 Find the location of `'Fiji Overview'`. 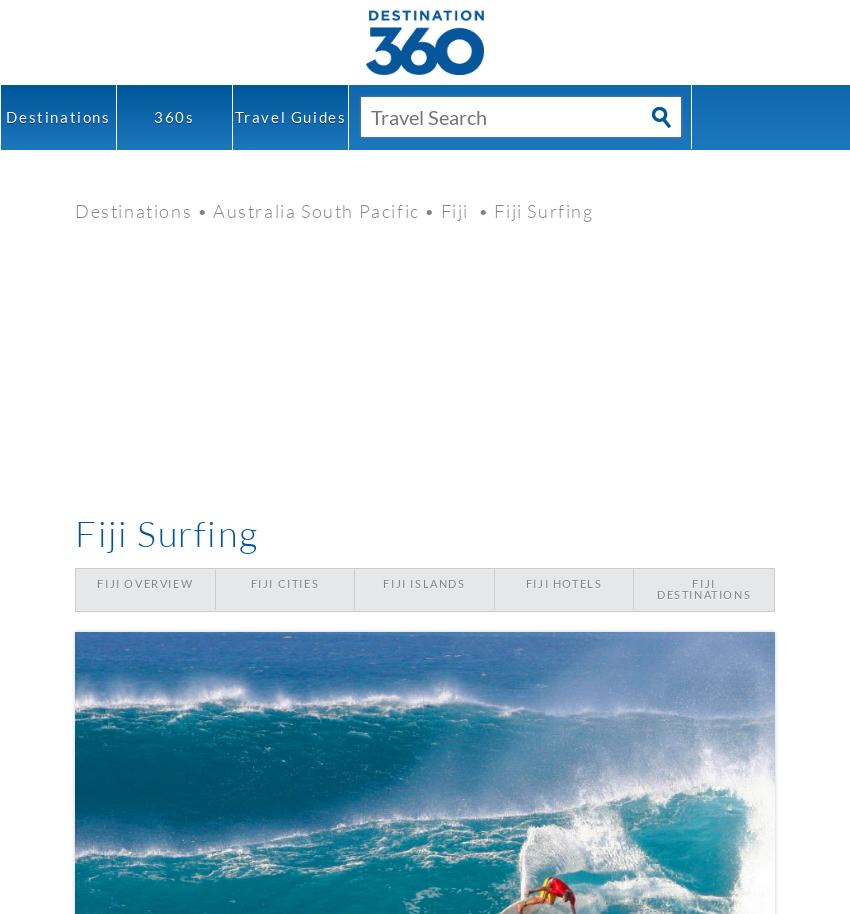

'Fiji Overview' is located at coordinates (95, 583).